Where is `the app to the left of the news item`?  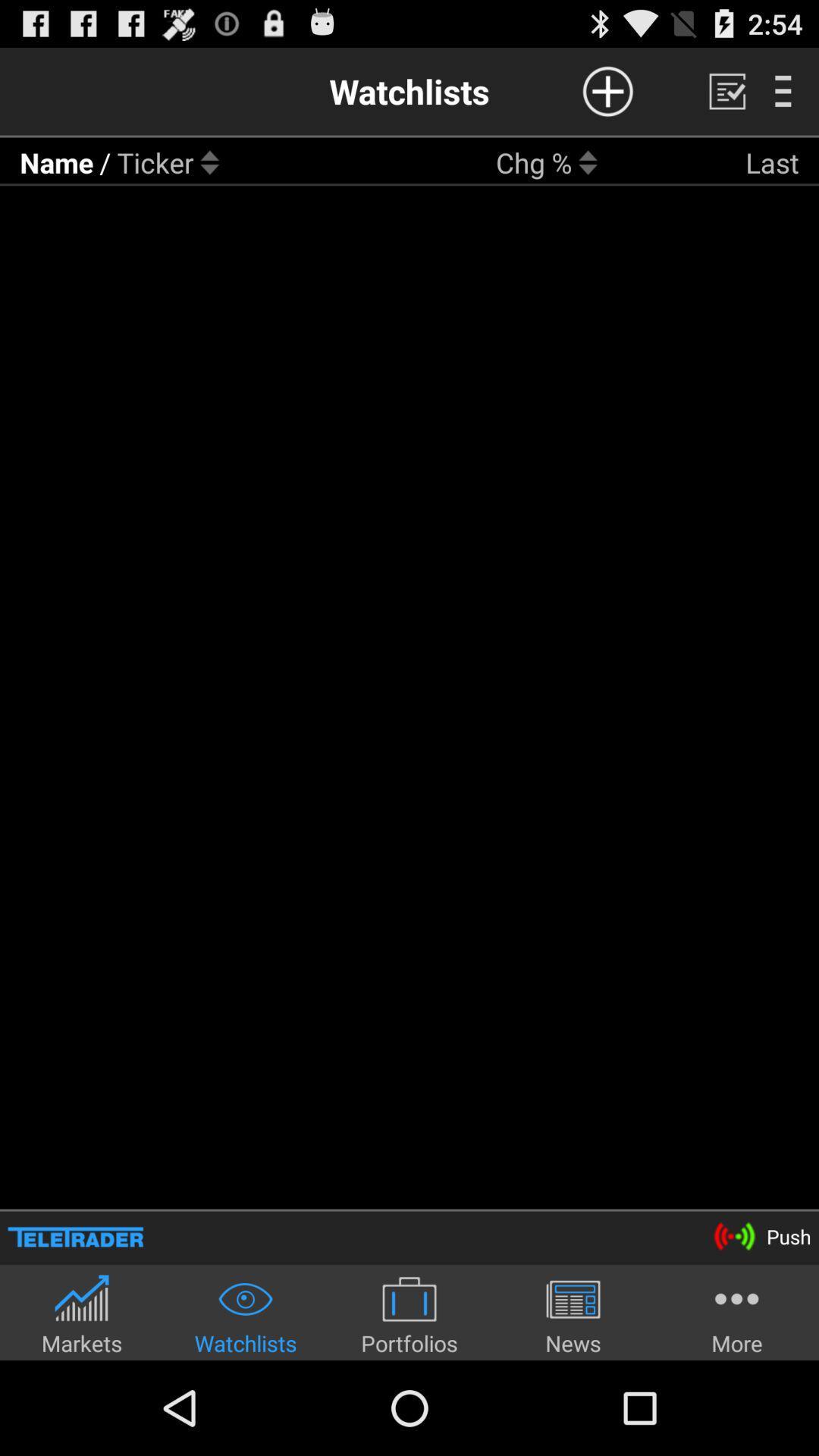 the app to the left of the news item is located at coordinates (409, 1313).